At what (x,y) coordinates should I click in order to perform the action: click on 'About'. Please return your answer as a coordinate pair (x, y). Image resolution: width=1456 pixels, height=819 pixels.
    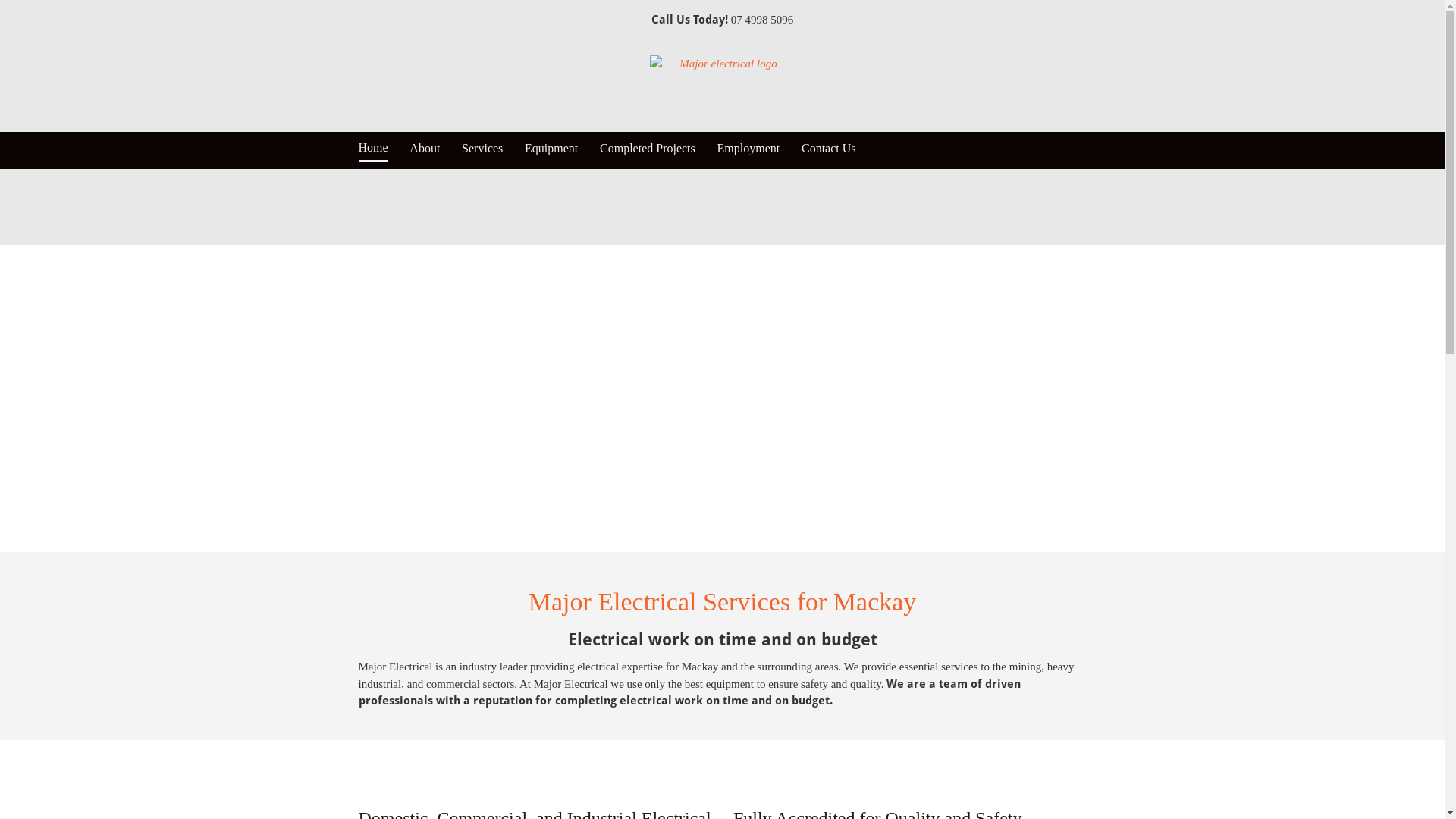
    Looking at the image, I should click on (409, 149).